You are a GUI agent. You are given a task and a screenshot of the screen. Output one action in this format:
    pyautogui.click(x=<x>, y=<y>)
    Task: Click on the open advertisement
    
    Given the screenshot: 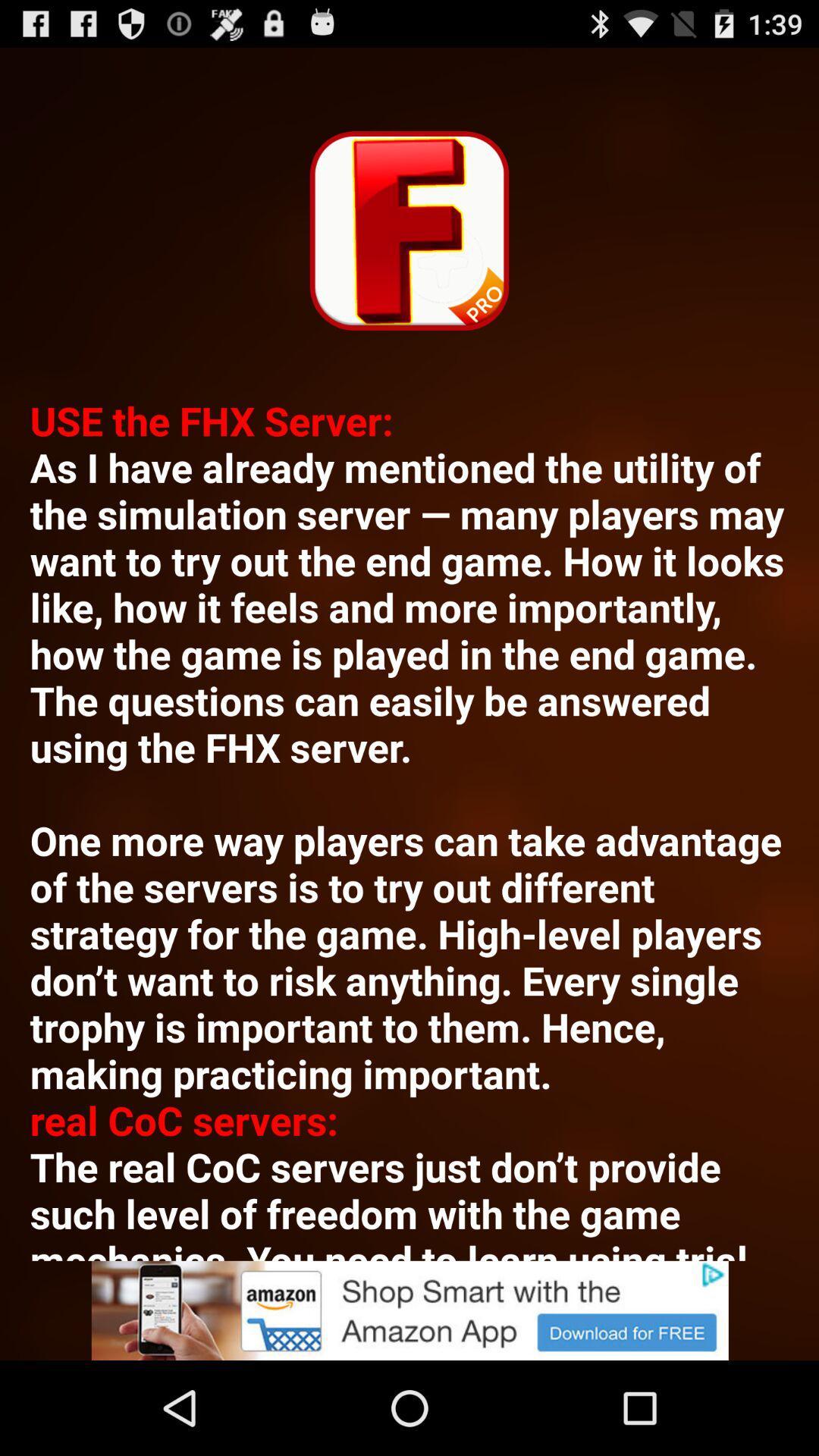 What is the action you would take?
    pyautogui.click(x=409, y=1310)
    